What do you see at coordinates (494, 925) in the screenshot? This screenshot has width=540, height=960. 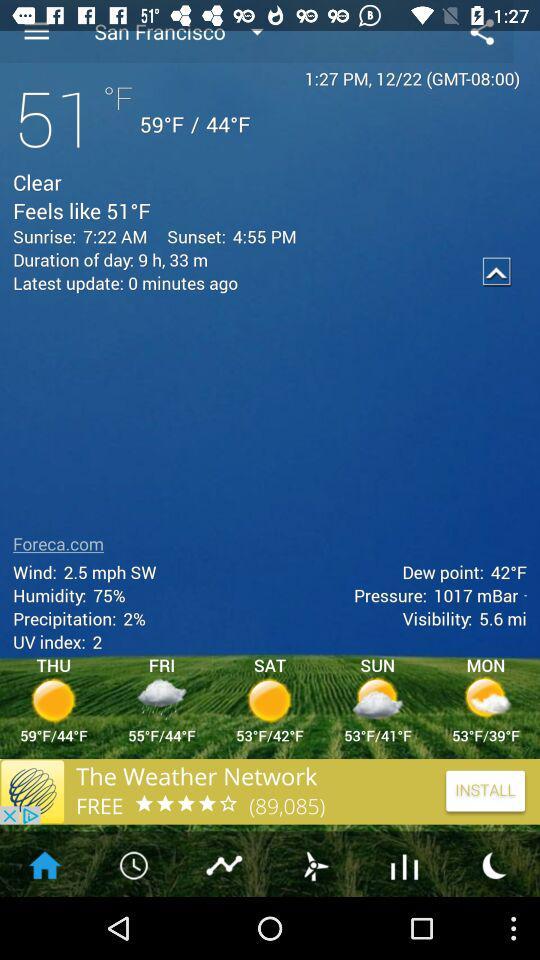 I see `the weather icon` at bounding box center [494, 925].